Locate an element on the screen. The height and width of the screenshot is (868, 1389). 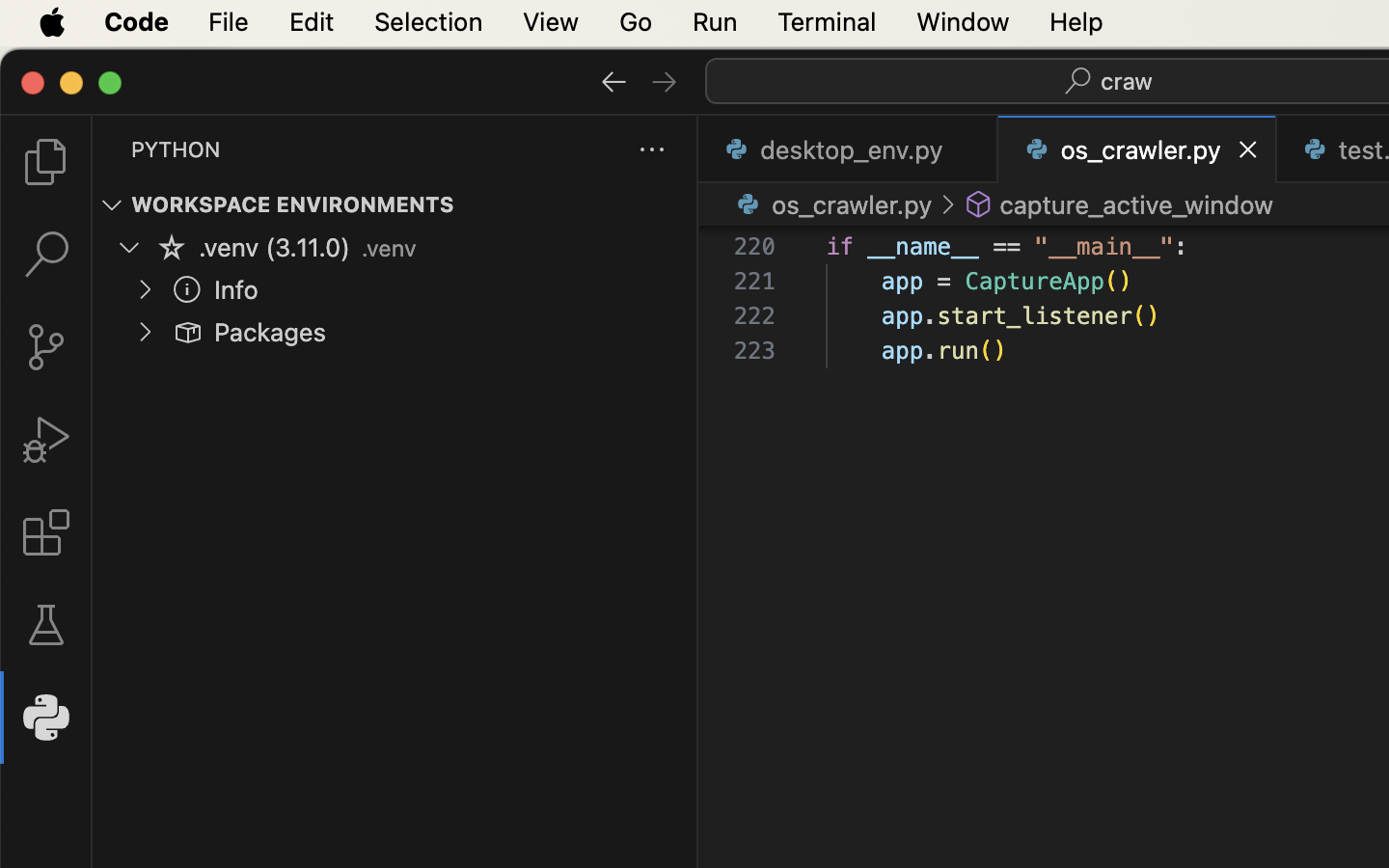
'0 ' is located at coordinates (44, 347).